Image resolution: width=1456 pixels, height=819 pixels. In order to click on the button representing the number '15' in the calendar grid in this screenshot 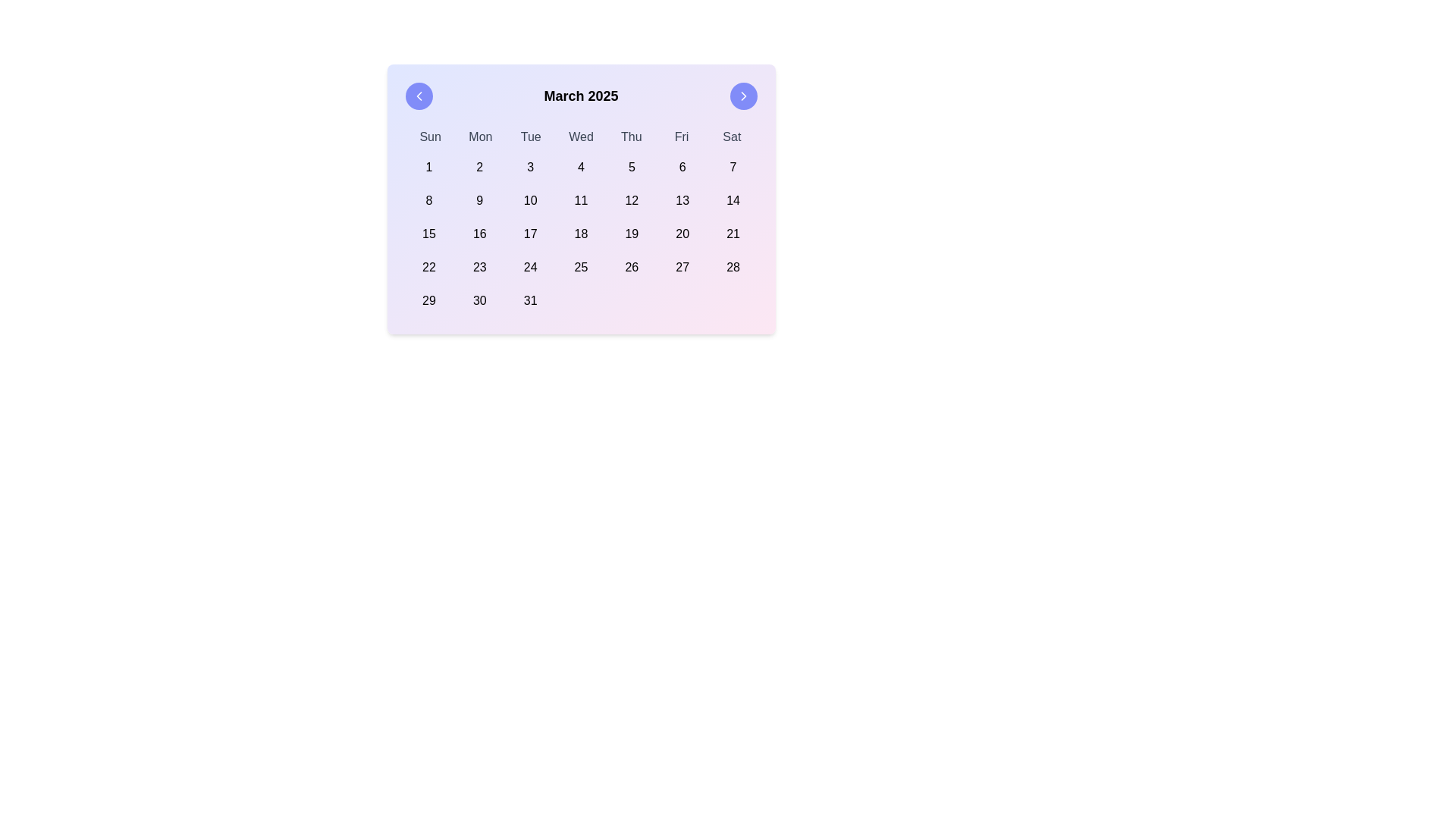, I will do `click(428, 234)`.